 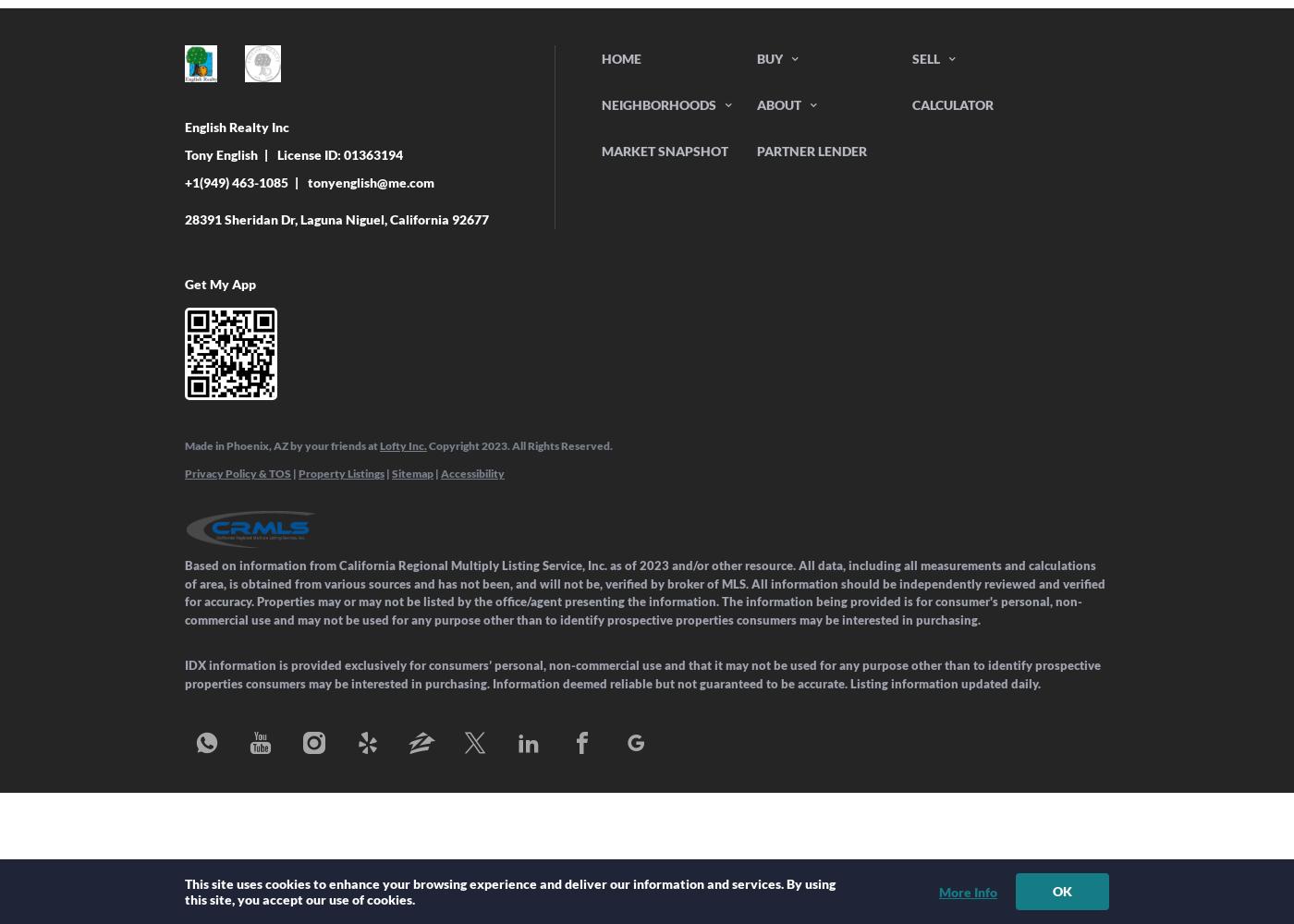 I want to click on 'Get My App', so click(x=185, y=284).